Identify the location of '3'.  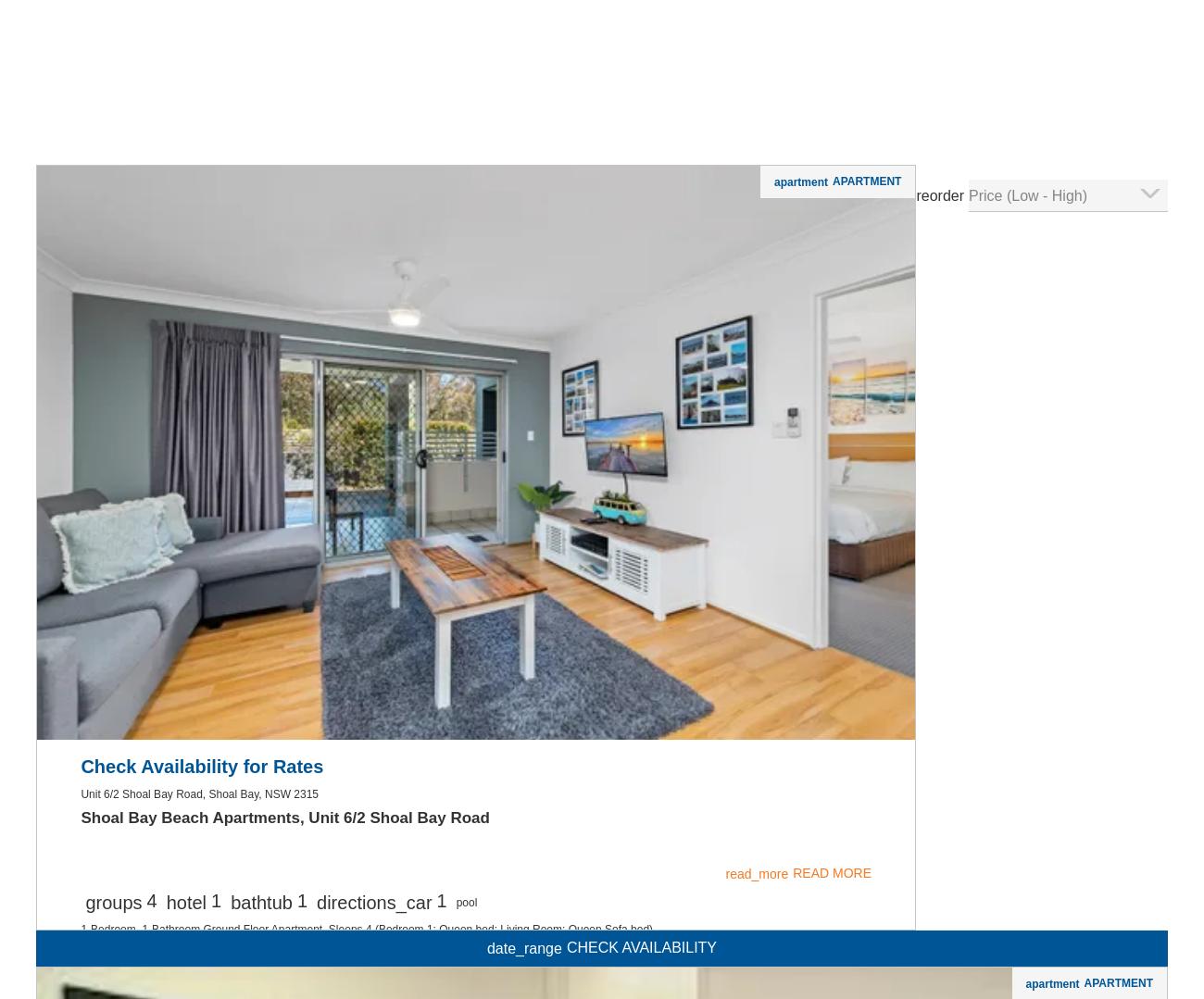
(227, 172).